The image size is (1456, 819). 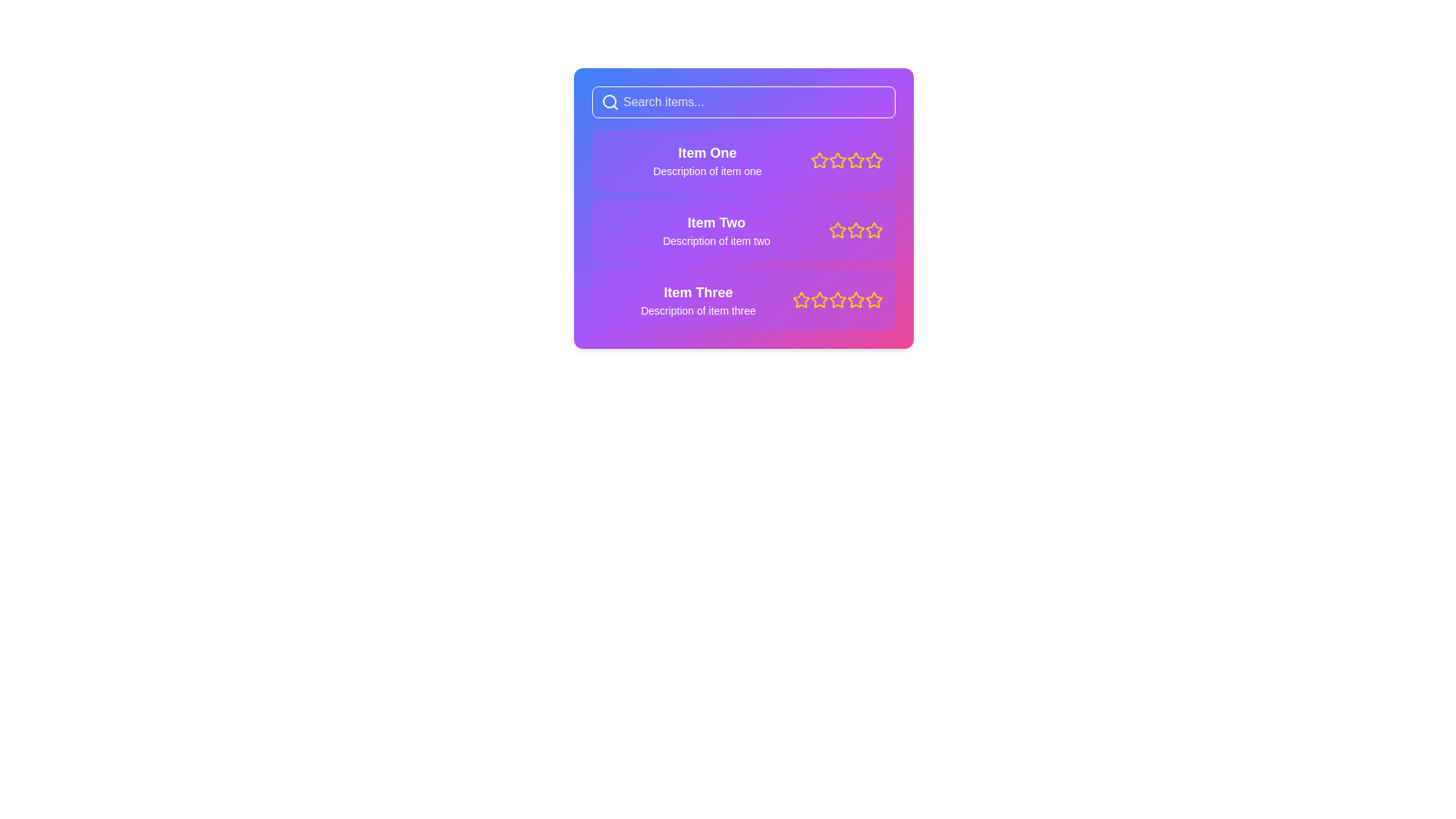 What do you see at coordinates (855, 230) in the screenshot?
I see `the third filled star (yellow star with purple background) in the rating section for 'Item Two'` at bounding box center [855, 230].